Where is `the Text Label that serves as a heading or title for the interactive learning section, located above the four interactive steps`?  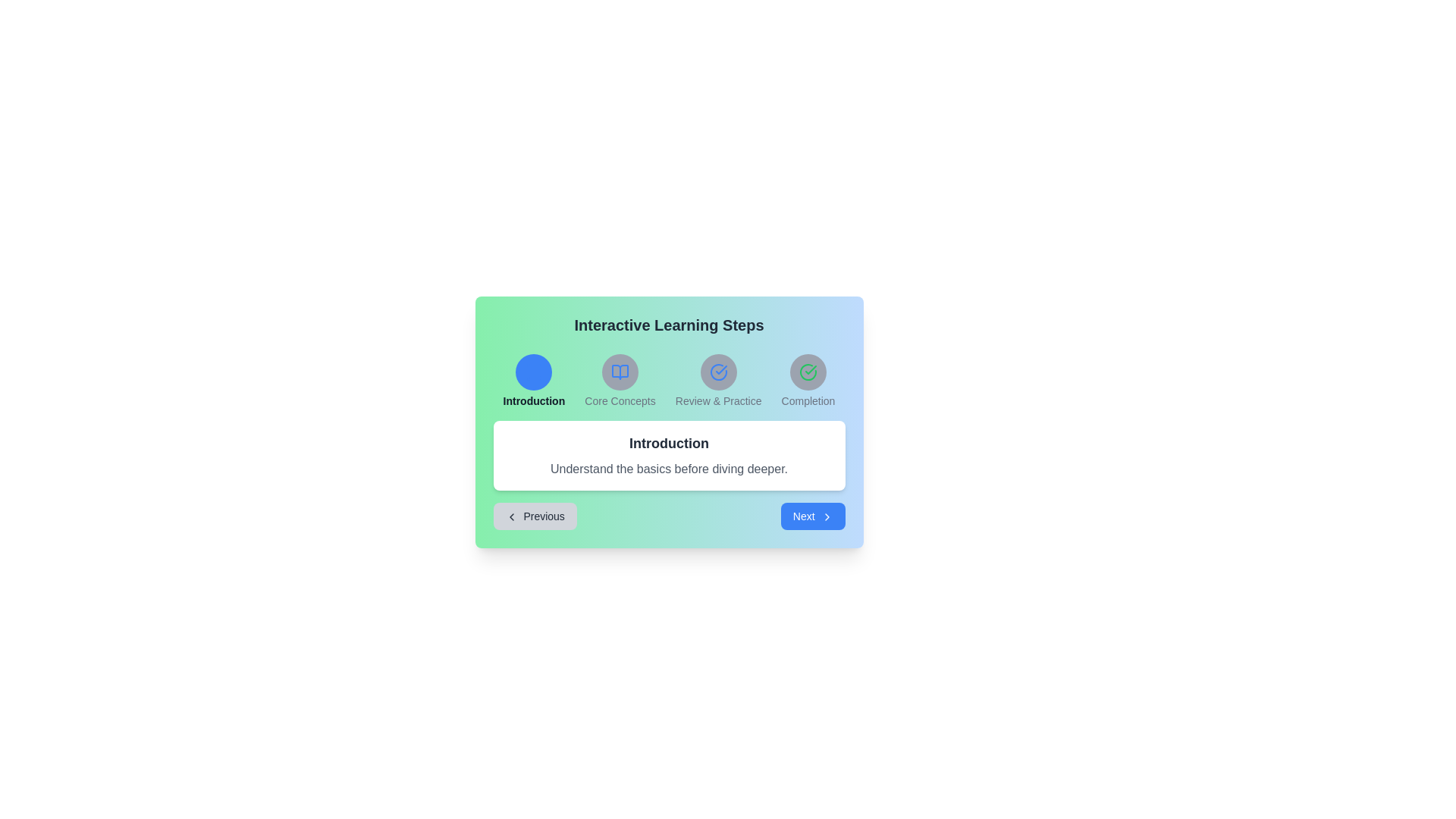
the Text Label that serves as a heading or title for the interactive learning section, located above the four interactive steps is located at coordinates (668, 324).